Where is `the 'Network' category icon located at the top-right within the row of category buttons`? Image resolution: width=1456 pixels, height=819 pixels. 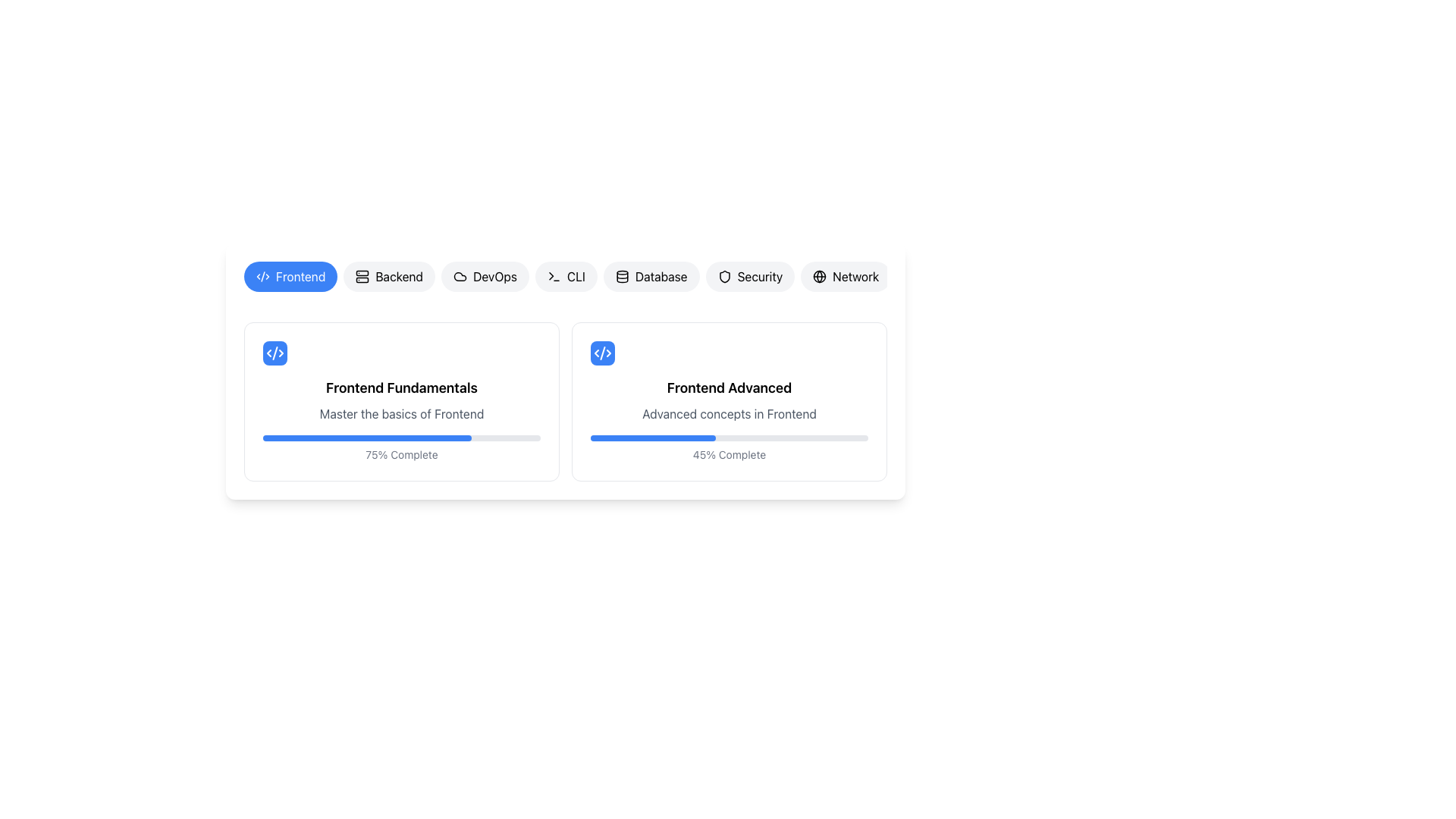
the 'Network' category icon located at the top-right within the row of category buttons is located at coordinates (819, 277).